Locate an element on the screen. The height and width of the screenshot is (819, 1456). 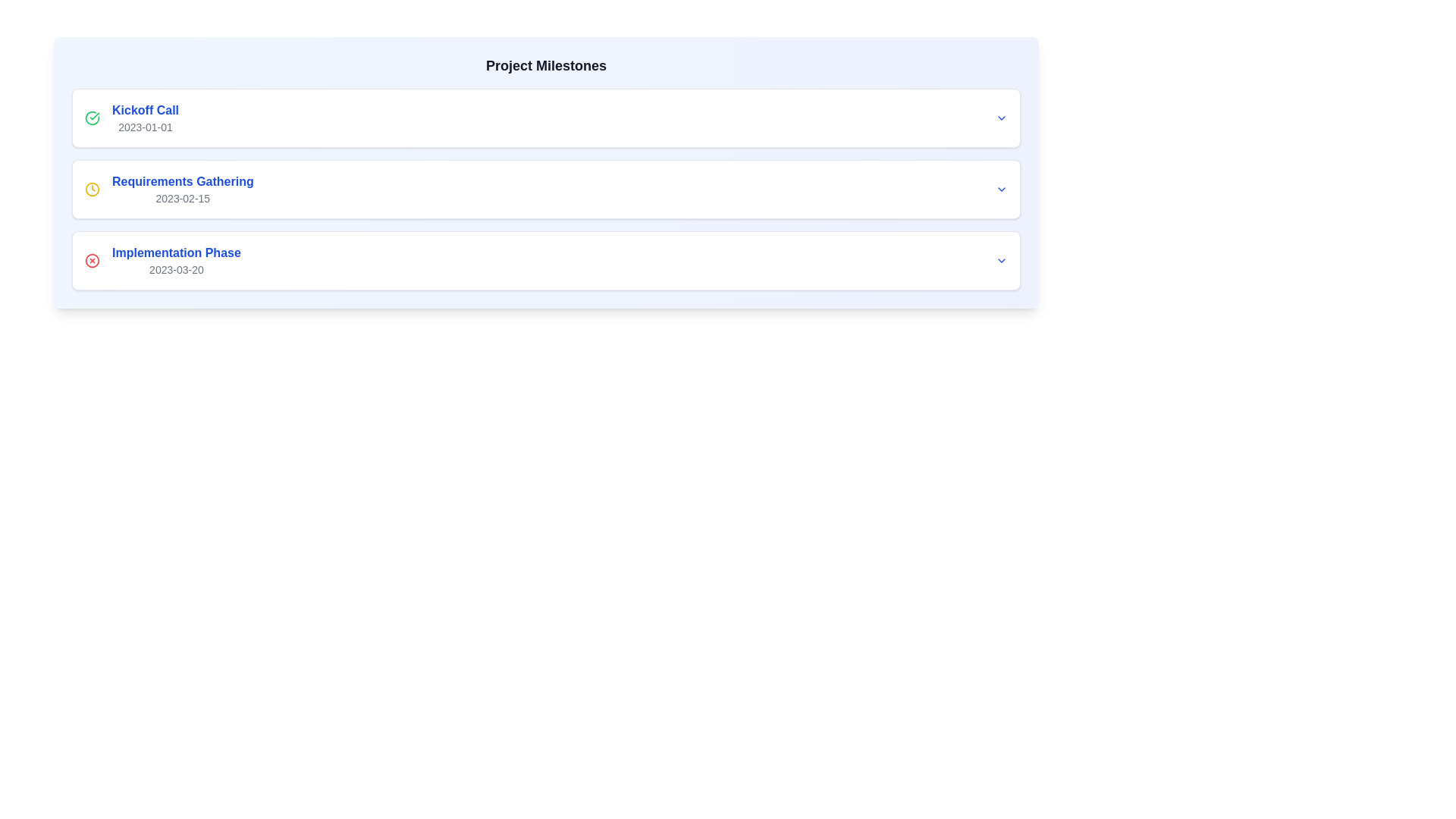
the third milestone item in the 'Project Milestones' section, which displays its title and associated date, positioned between 'Requirements Gathering' and subsequent milestones is located at coordinates (176, 259).